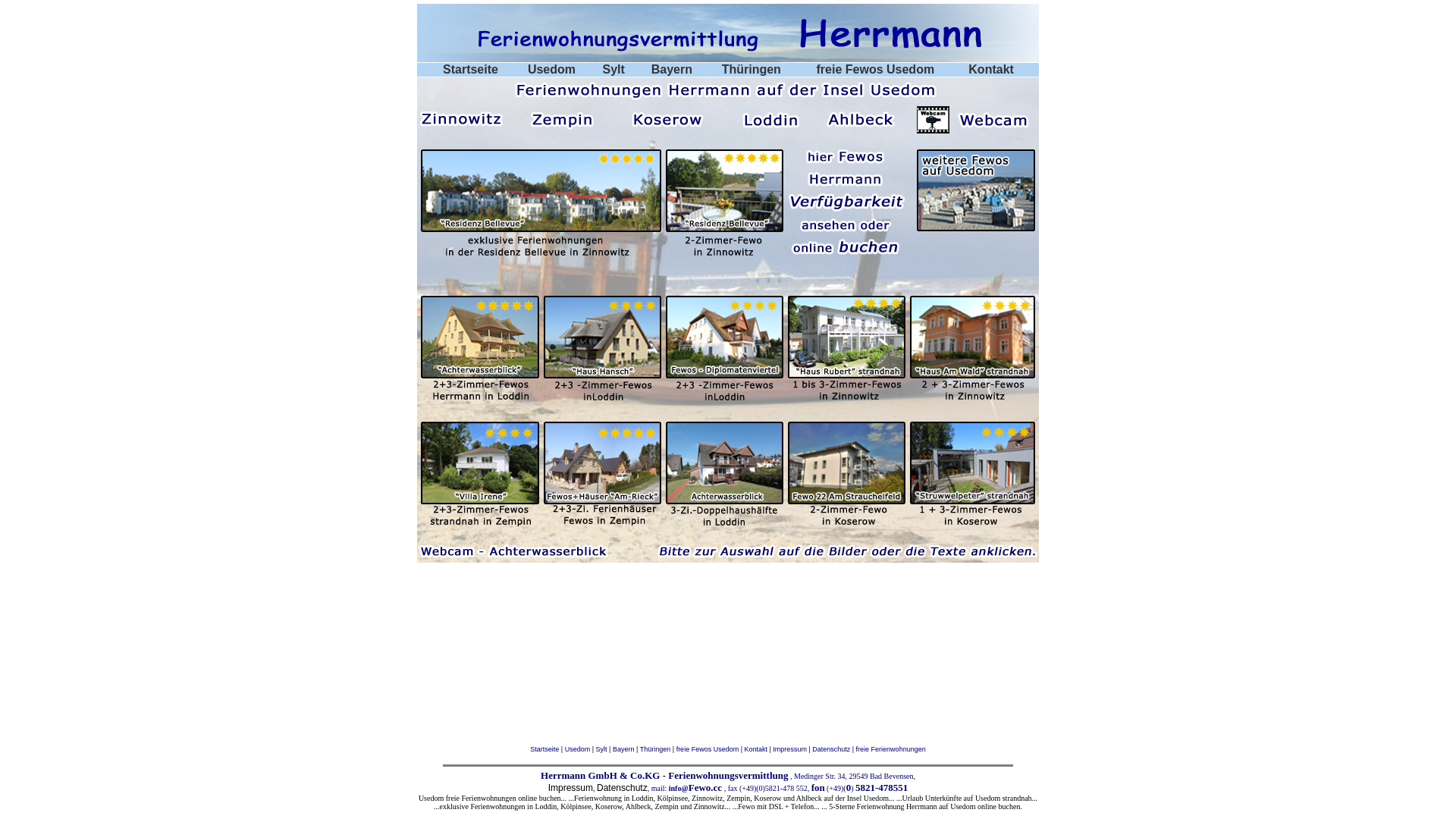  What do you see at coordinates (546, 748) in the screenshot?
I see `'Startseite | '` at bounding box center [546, 748].